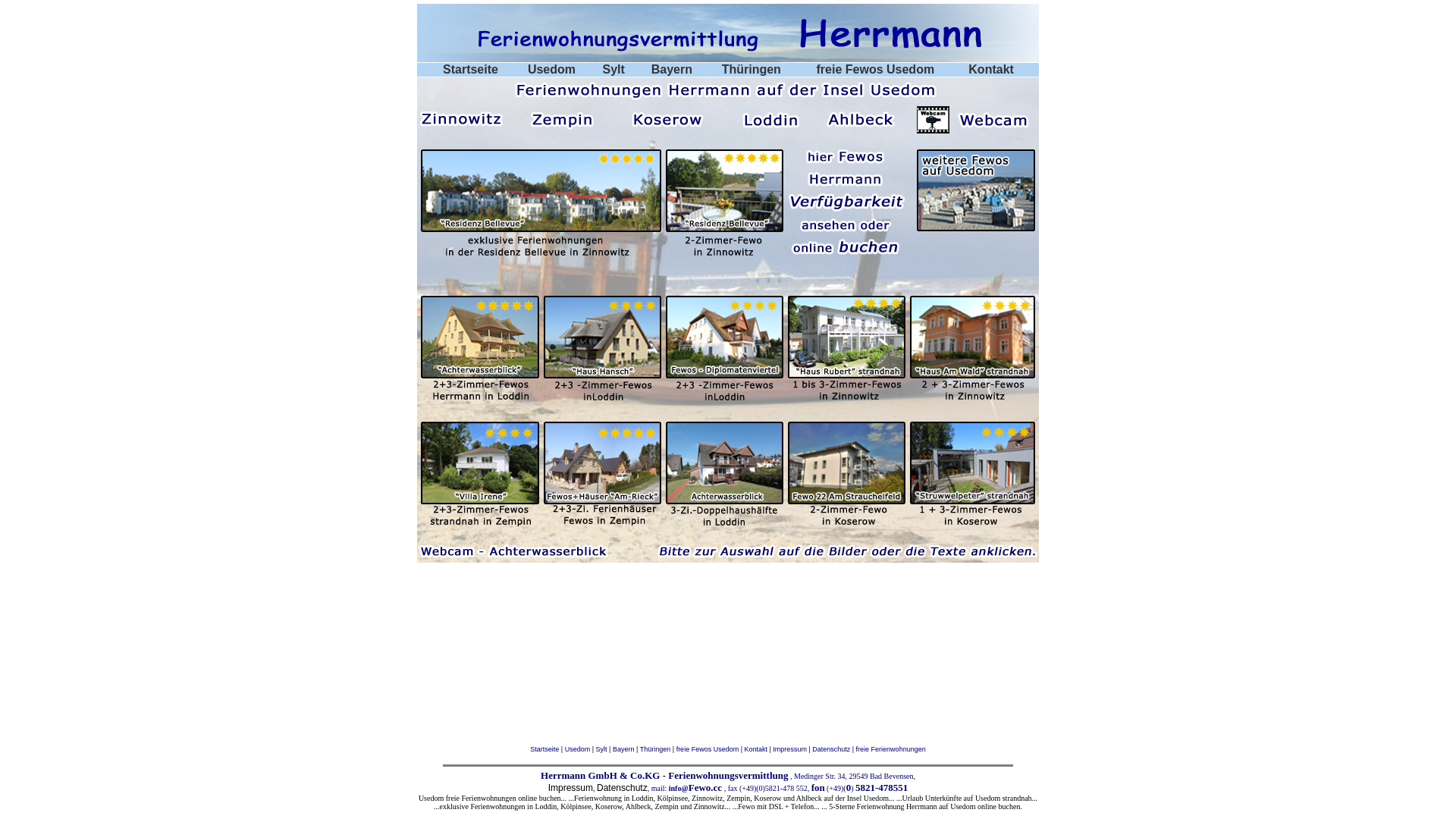  What do you see at coordinates (546, 748) in the screenshot?
I see `'Startseite | '` at bounding box center [546, 748].